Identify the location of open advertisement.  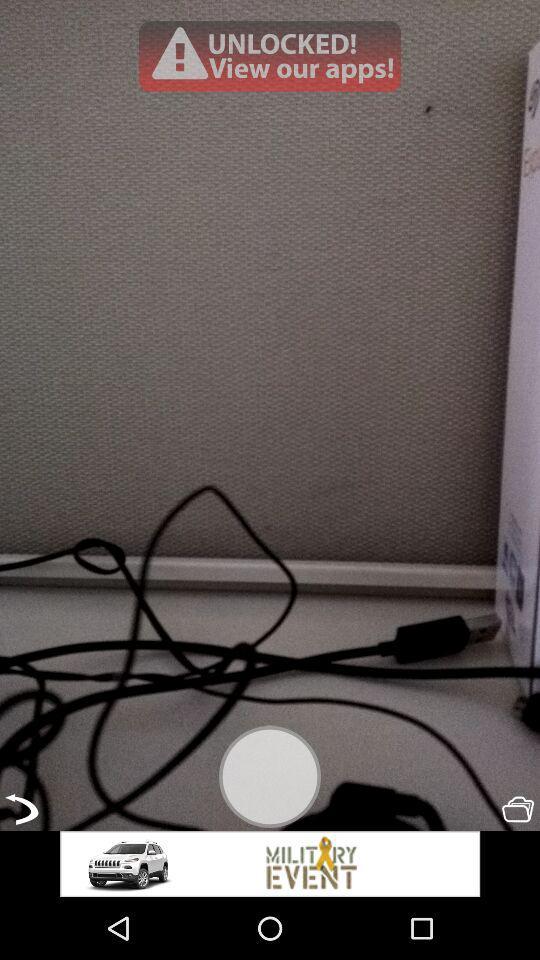
(270, 55).